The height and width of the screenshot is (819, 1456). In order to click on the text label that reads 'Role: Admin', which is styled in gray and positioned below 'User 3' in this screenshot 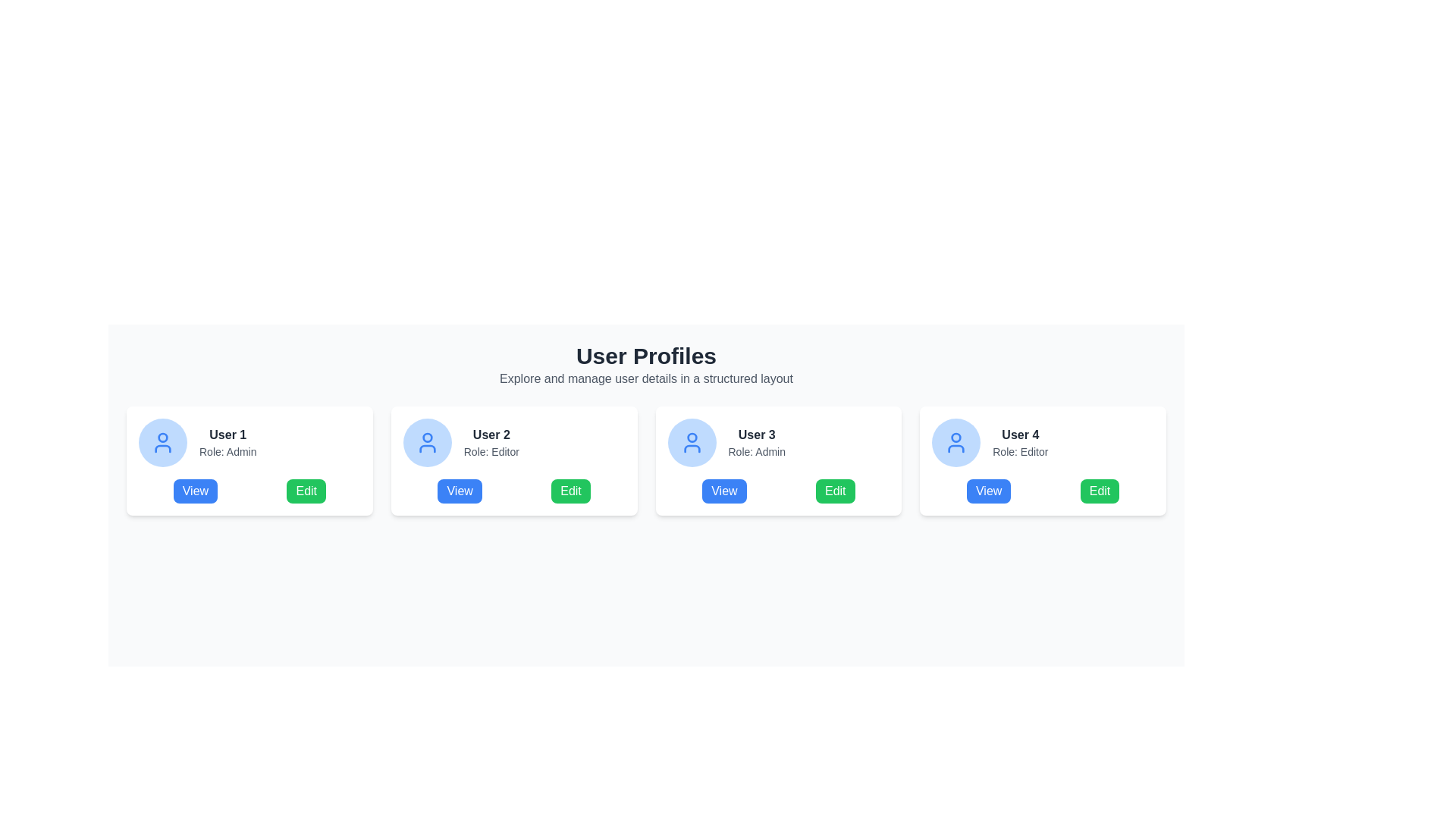, I will do `click(757, 451)`.